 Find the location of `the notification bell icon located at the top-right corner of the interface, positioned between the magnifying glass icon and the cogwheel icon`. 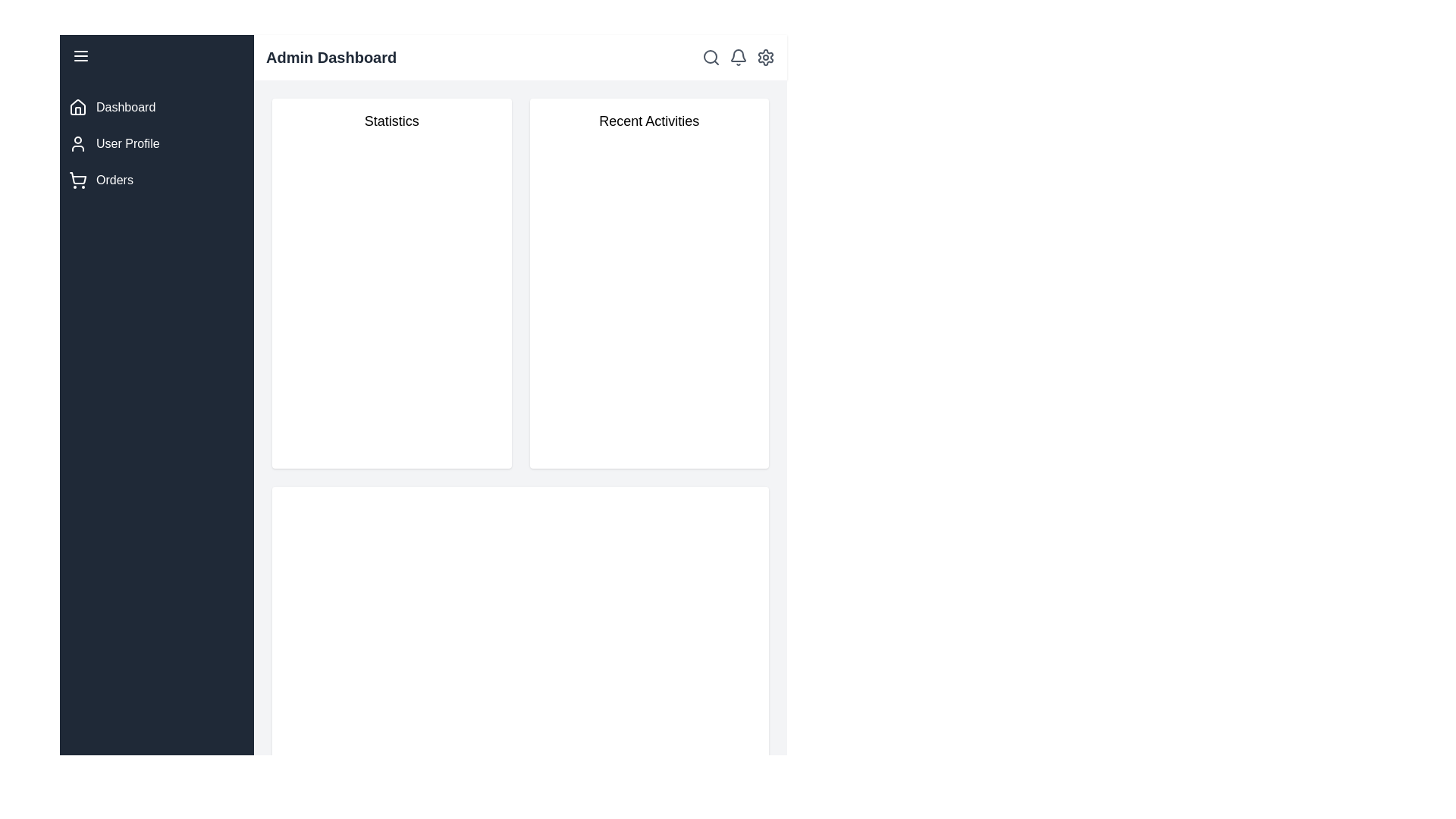

the notification bell icon located at the top-right corner of the interface, positioned between the magnifying glass icon and the cogwheel icon is located at coordinates (739, 57).